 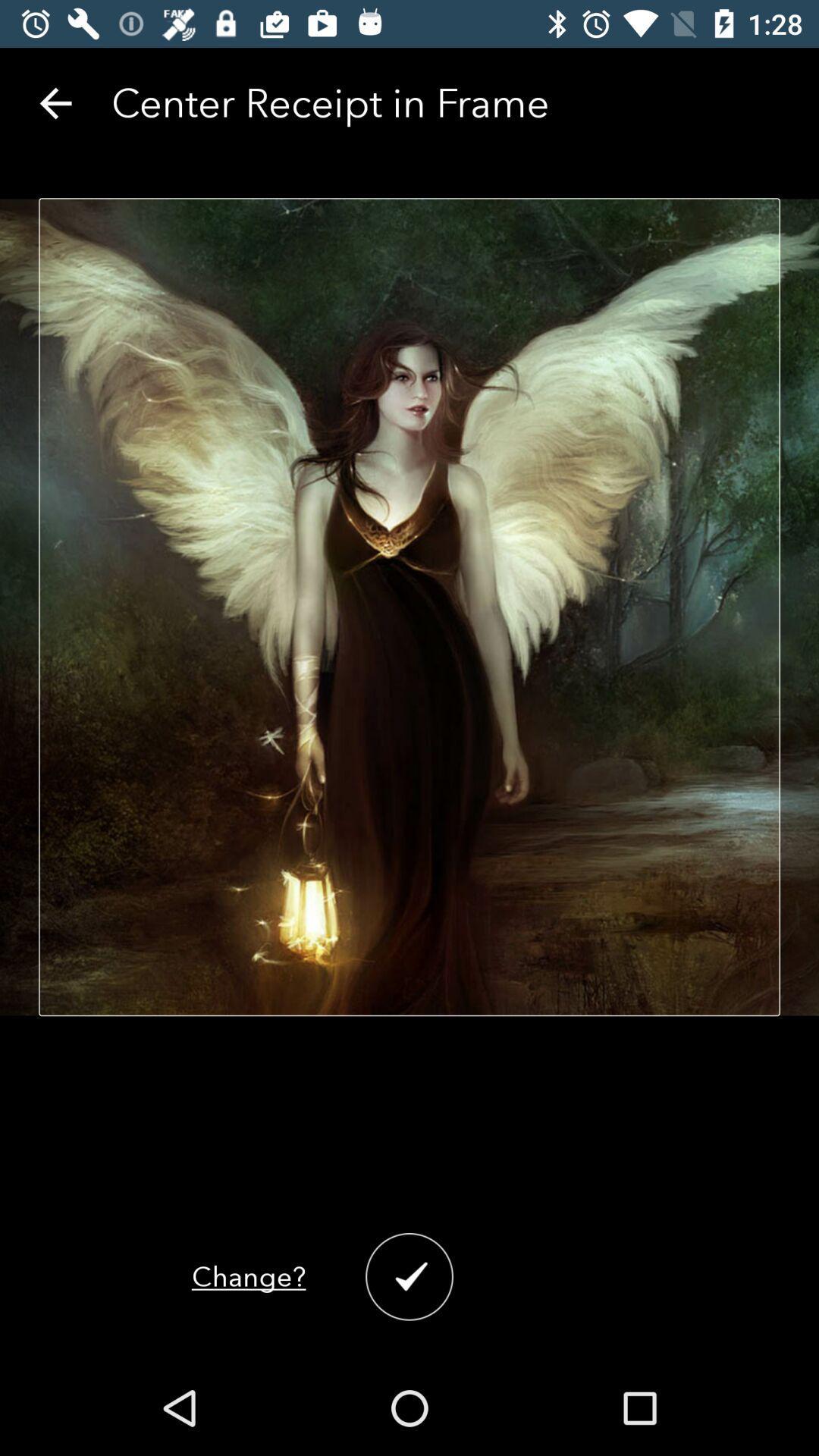 I want to click on the change?, so click(x=248, y=1276).